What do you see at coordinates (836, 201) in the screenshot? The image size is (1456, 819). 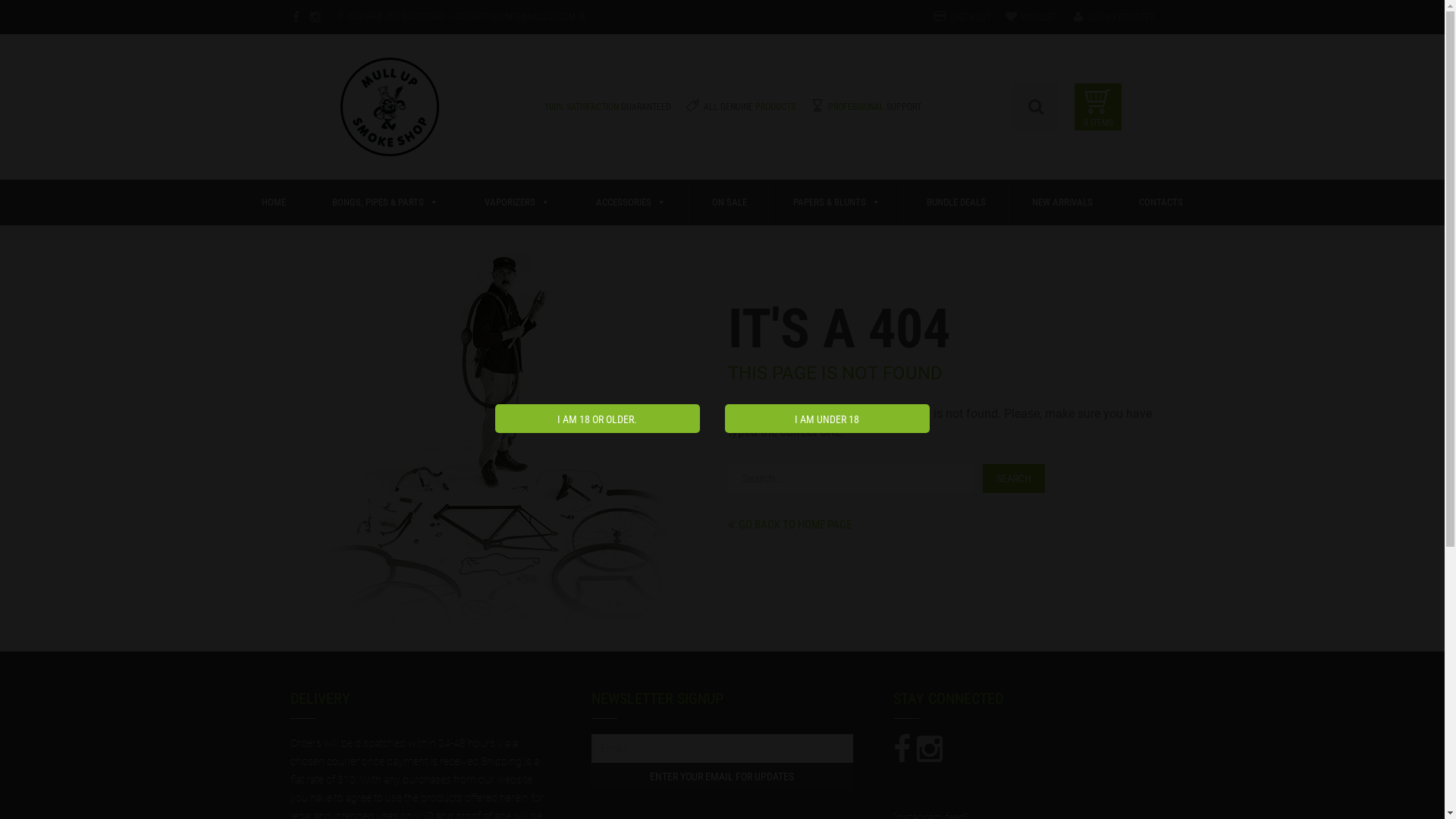 I see `'PAPERS & BLUNTS'` at bounding box center [836, 201].